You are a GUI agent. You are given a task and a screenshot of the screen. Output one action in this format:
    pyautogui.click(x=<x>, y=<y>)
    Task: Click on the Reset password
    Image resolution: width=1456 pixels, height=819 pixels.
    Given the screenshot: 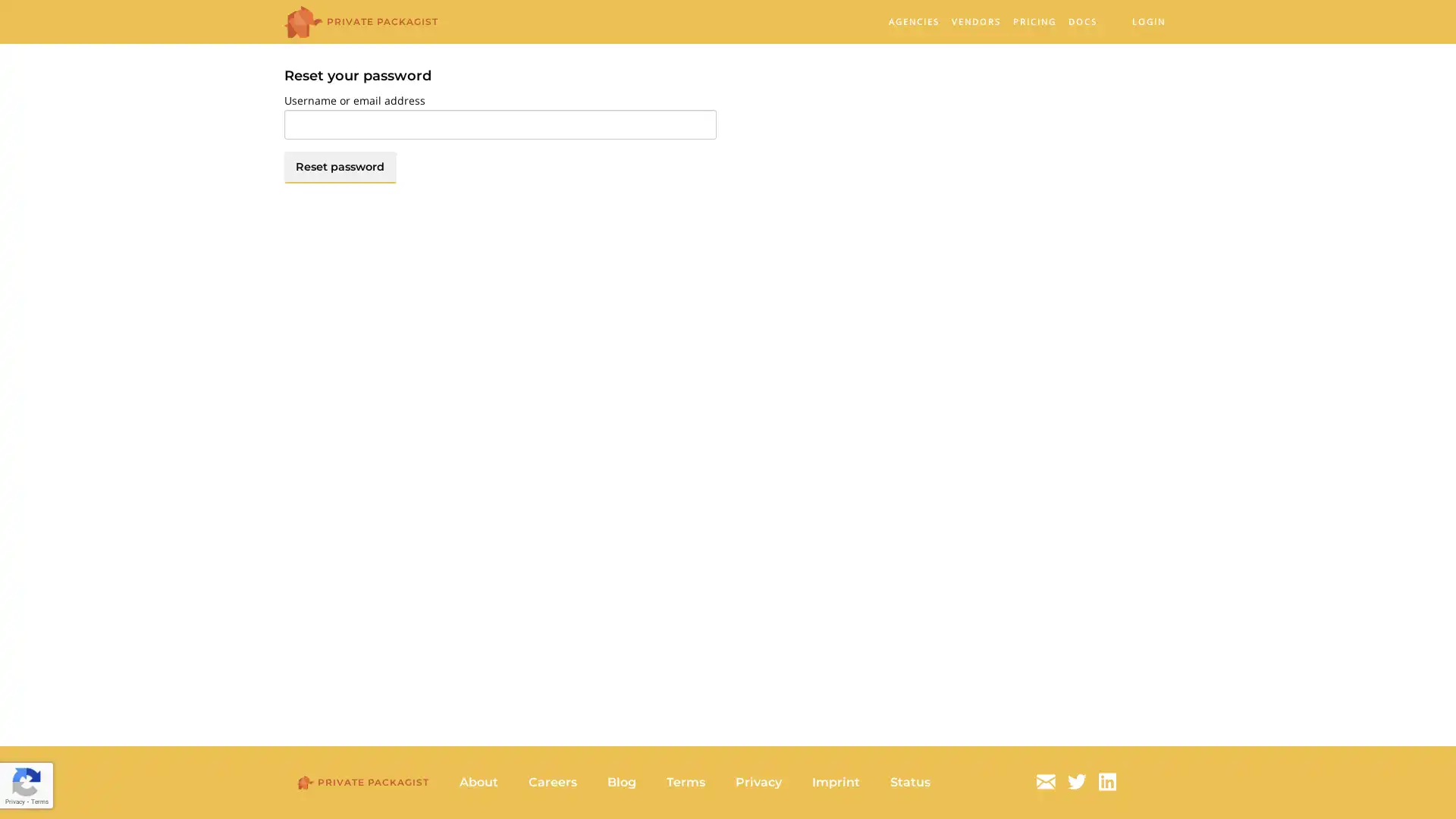 What is the action you would take?
    pyautogui.click(x=339, y=166)
    